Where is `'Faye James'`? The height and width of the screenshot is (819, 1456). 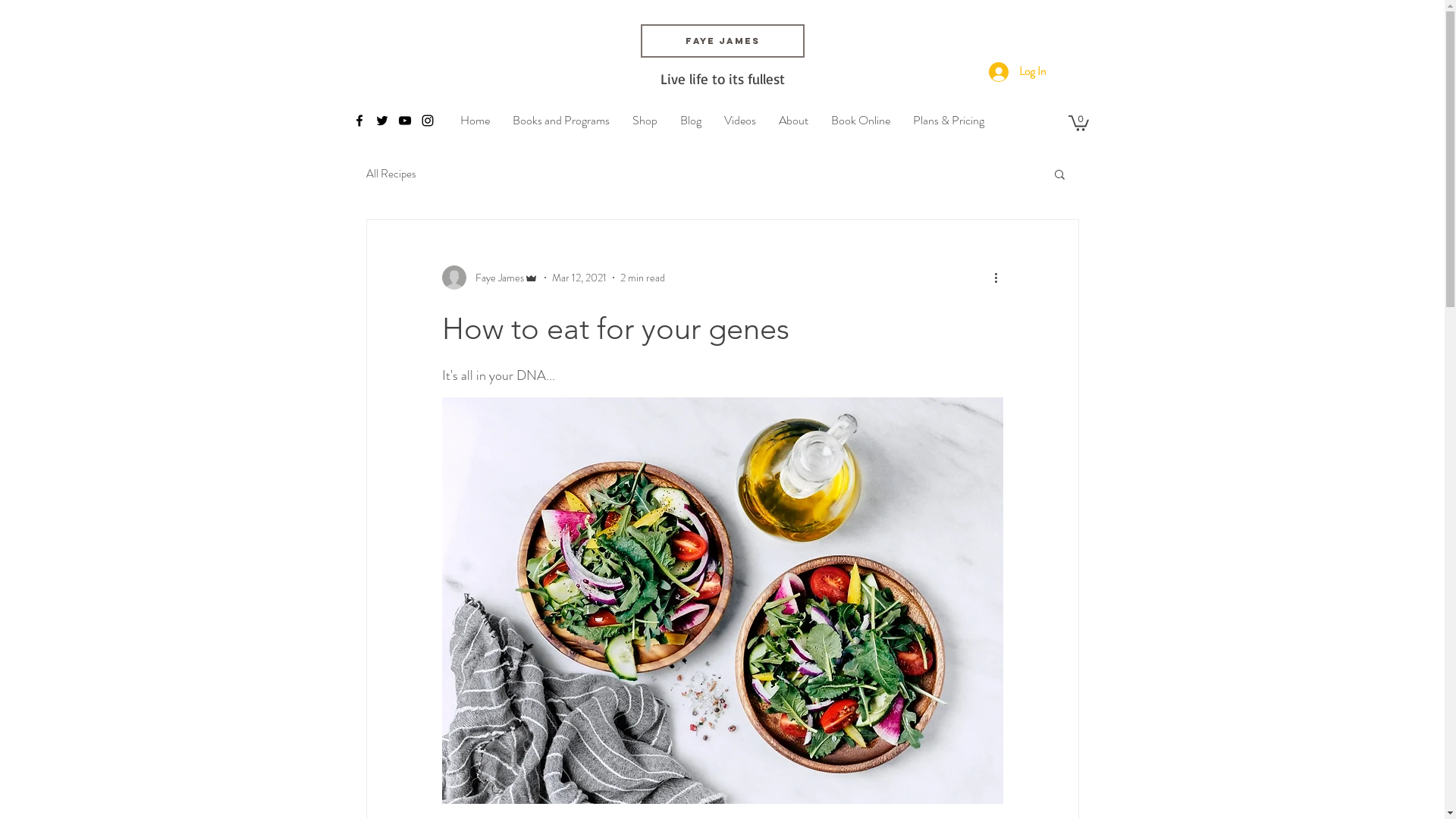
'Faye James' is located at coordinates (489, 278).